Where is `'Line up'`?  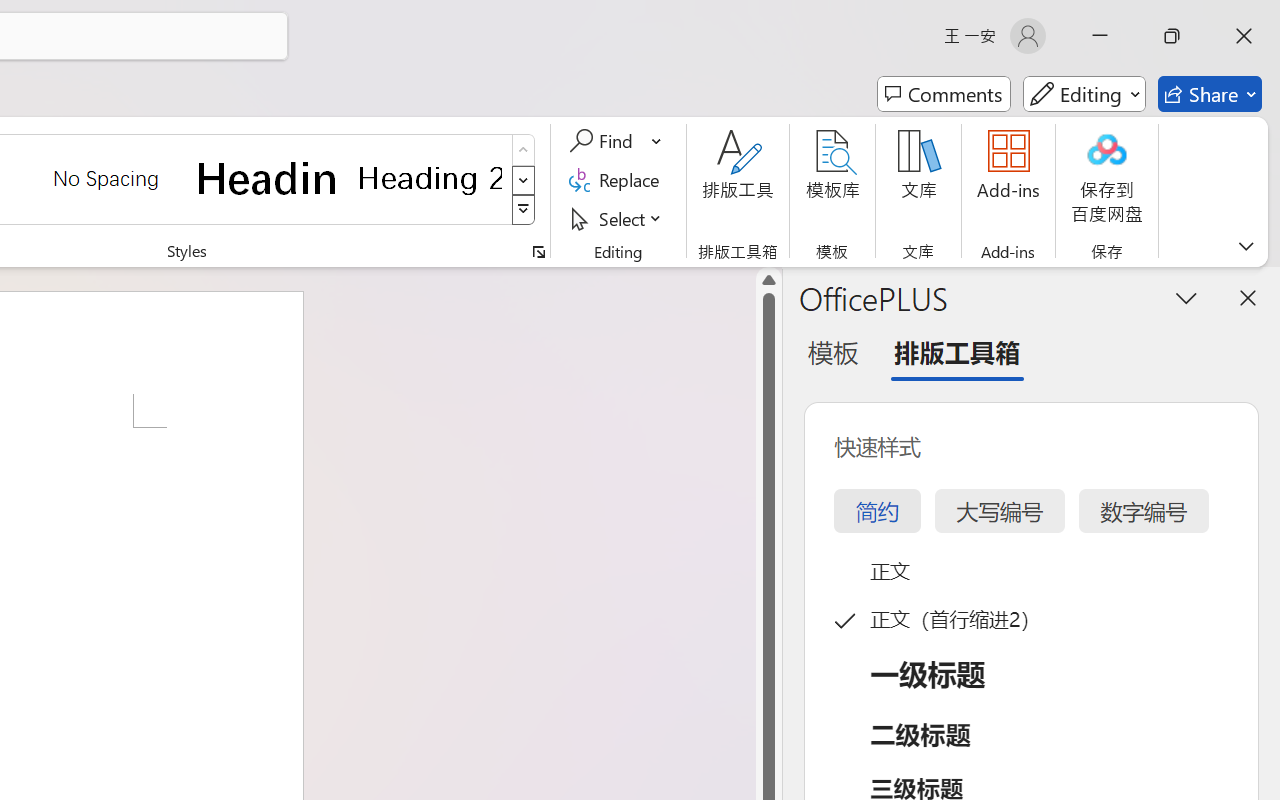
'Line up' is located at coordinates (768, 280).